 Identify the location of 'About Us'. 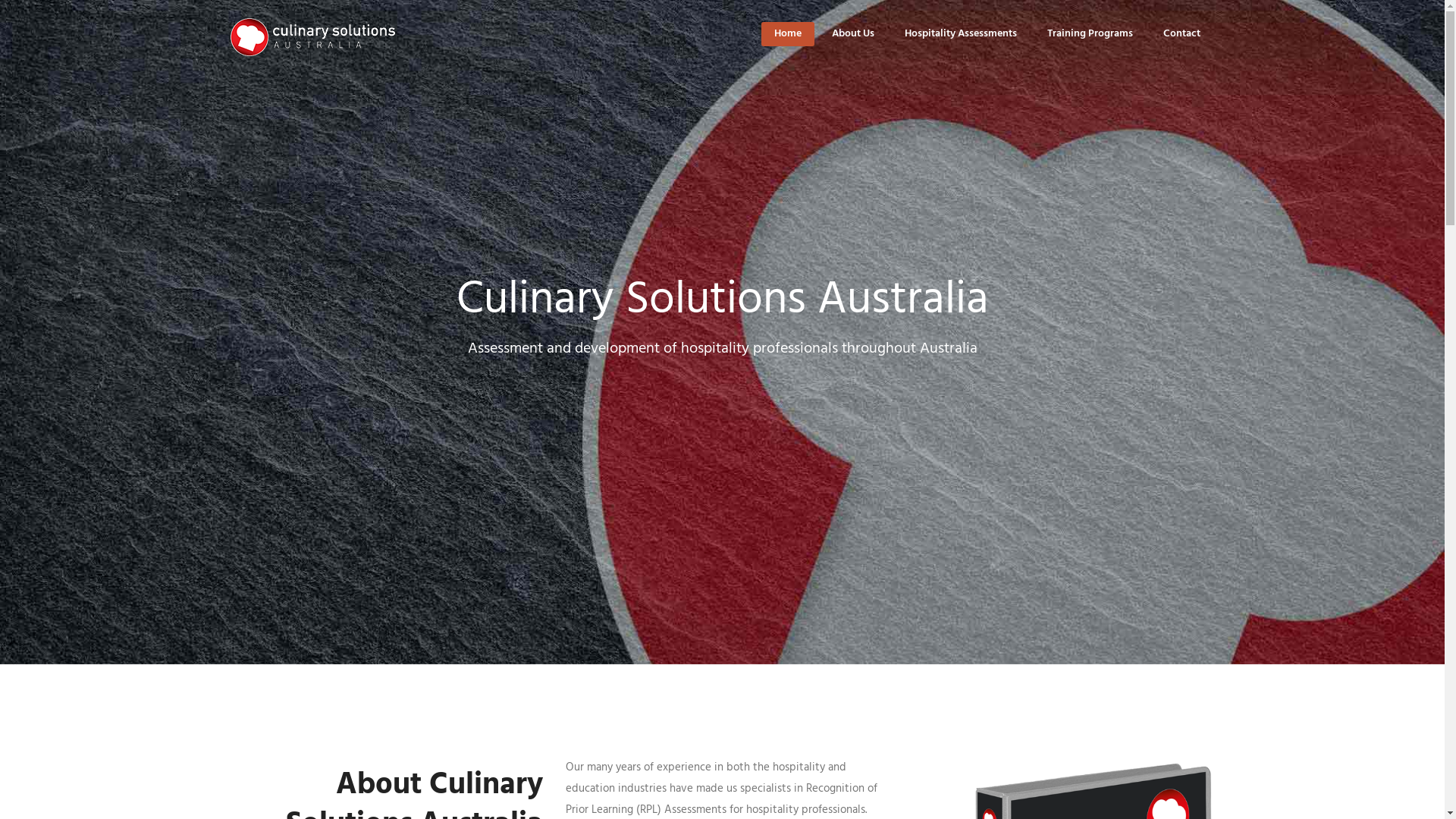
(852, 33).